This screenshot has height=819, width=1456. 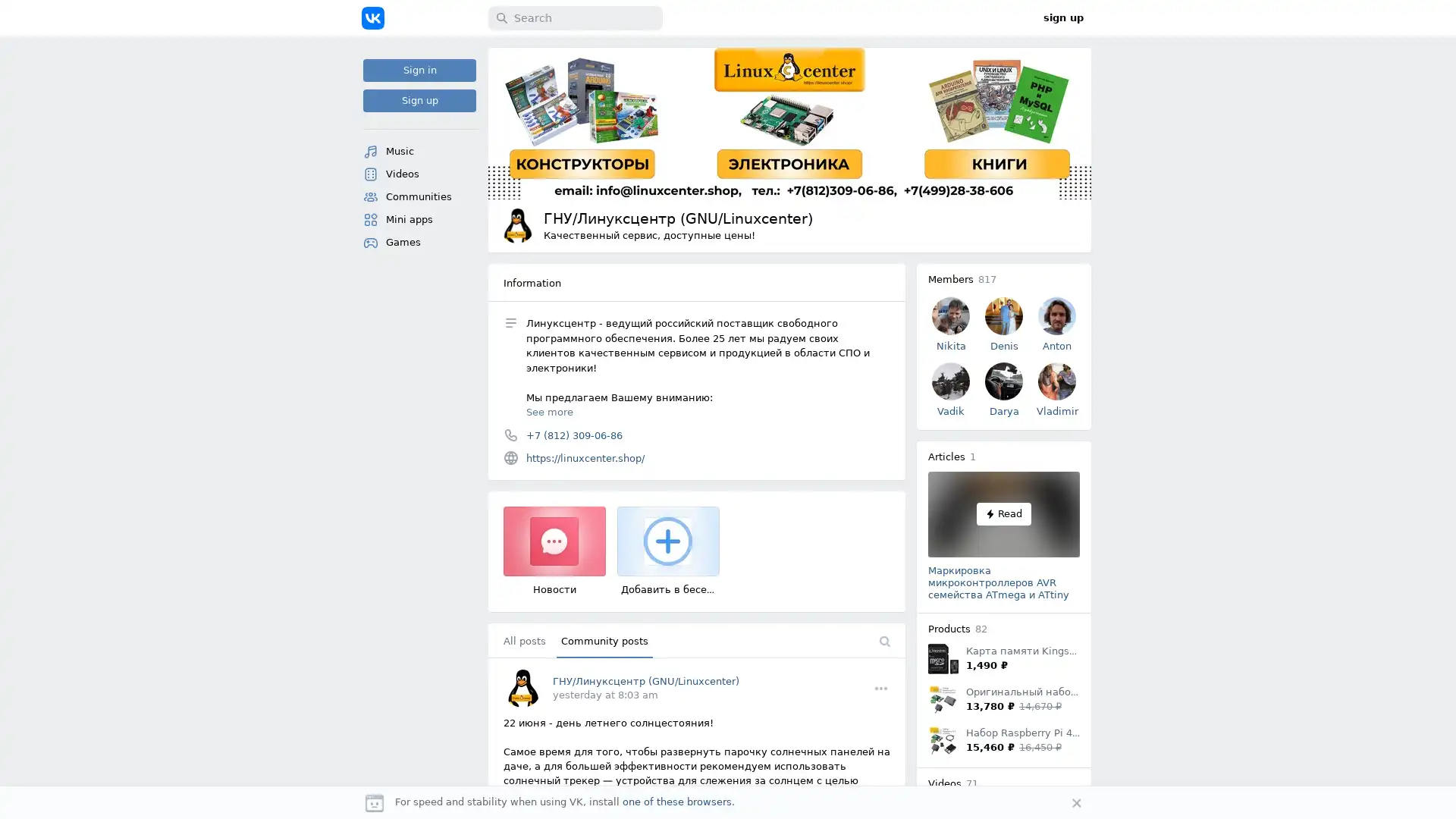 I want to click on Sign up, so click(x=419, y=100).